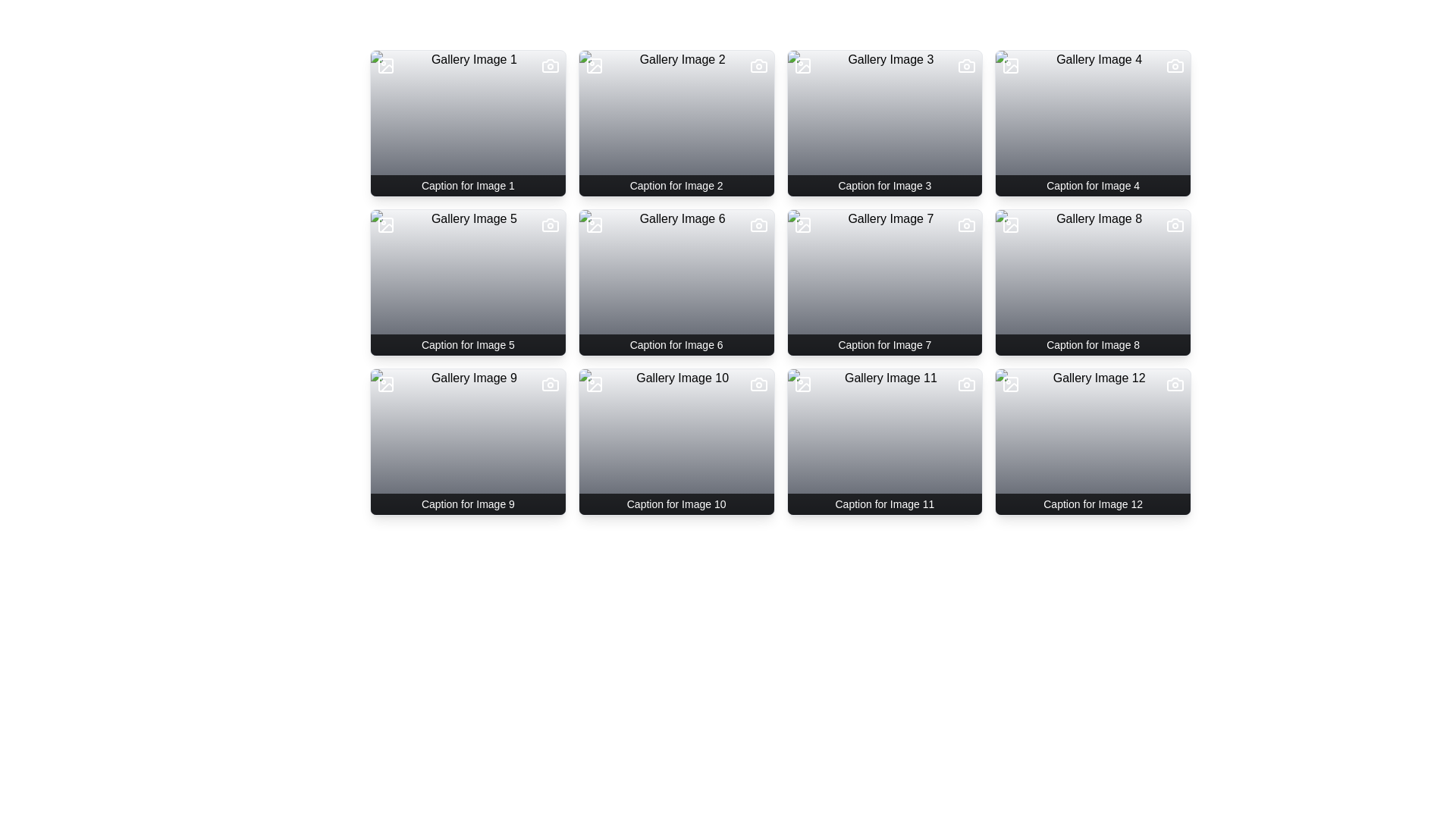  I want to click on the text label displaying 'Caption for Image 7' which is positioned at the bottom of the gallery card labeled 'Gallery Image 7' in the third row and second column of the grid layout, so click(884, 345).